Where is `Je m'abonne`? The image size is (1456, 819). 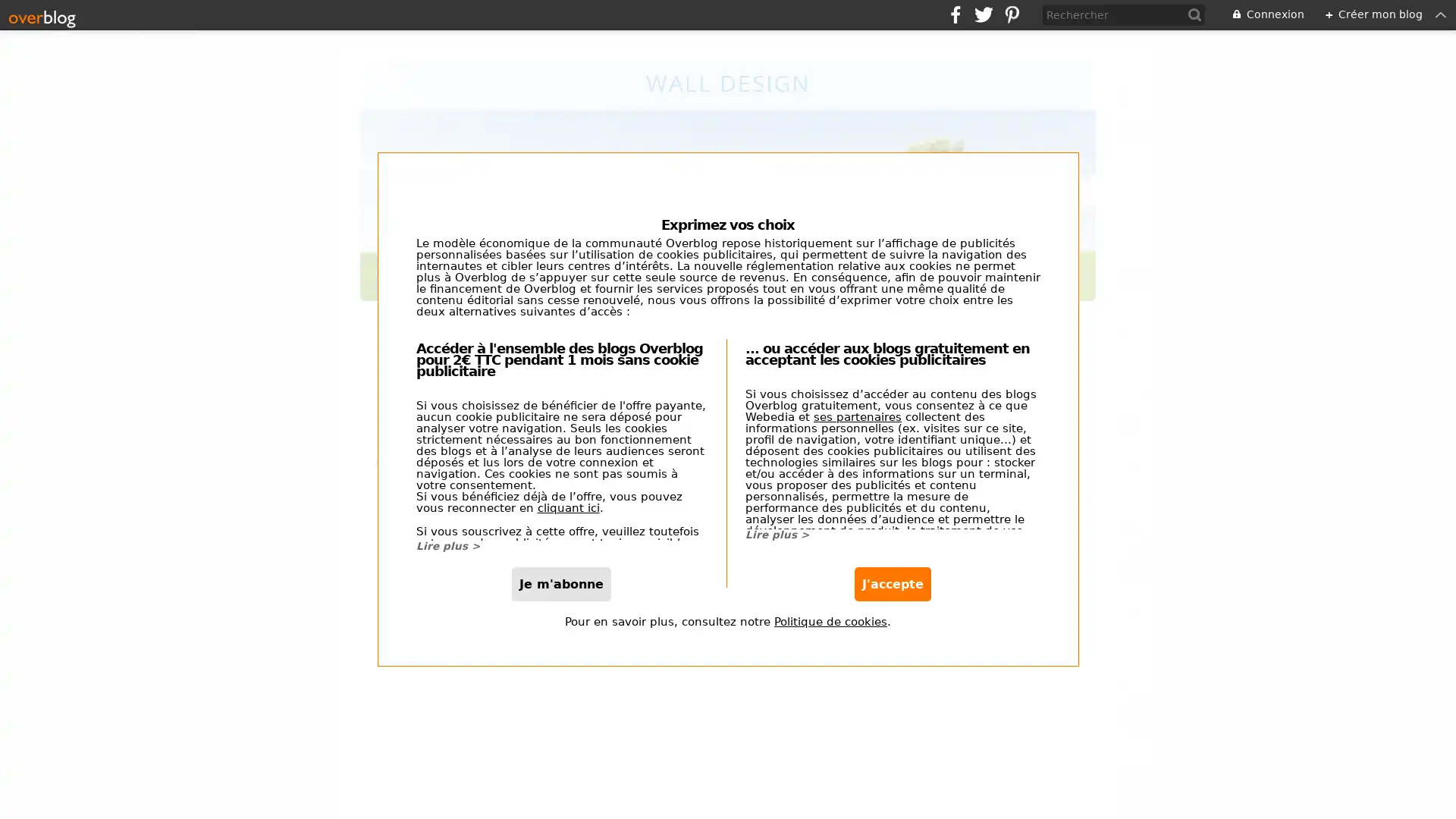
Je m'abonne is located at coordinates (560, 603).